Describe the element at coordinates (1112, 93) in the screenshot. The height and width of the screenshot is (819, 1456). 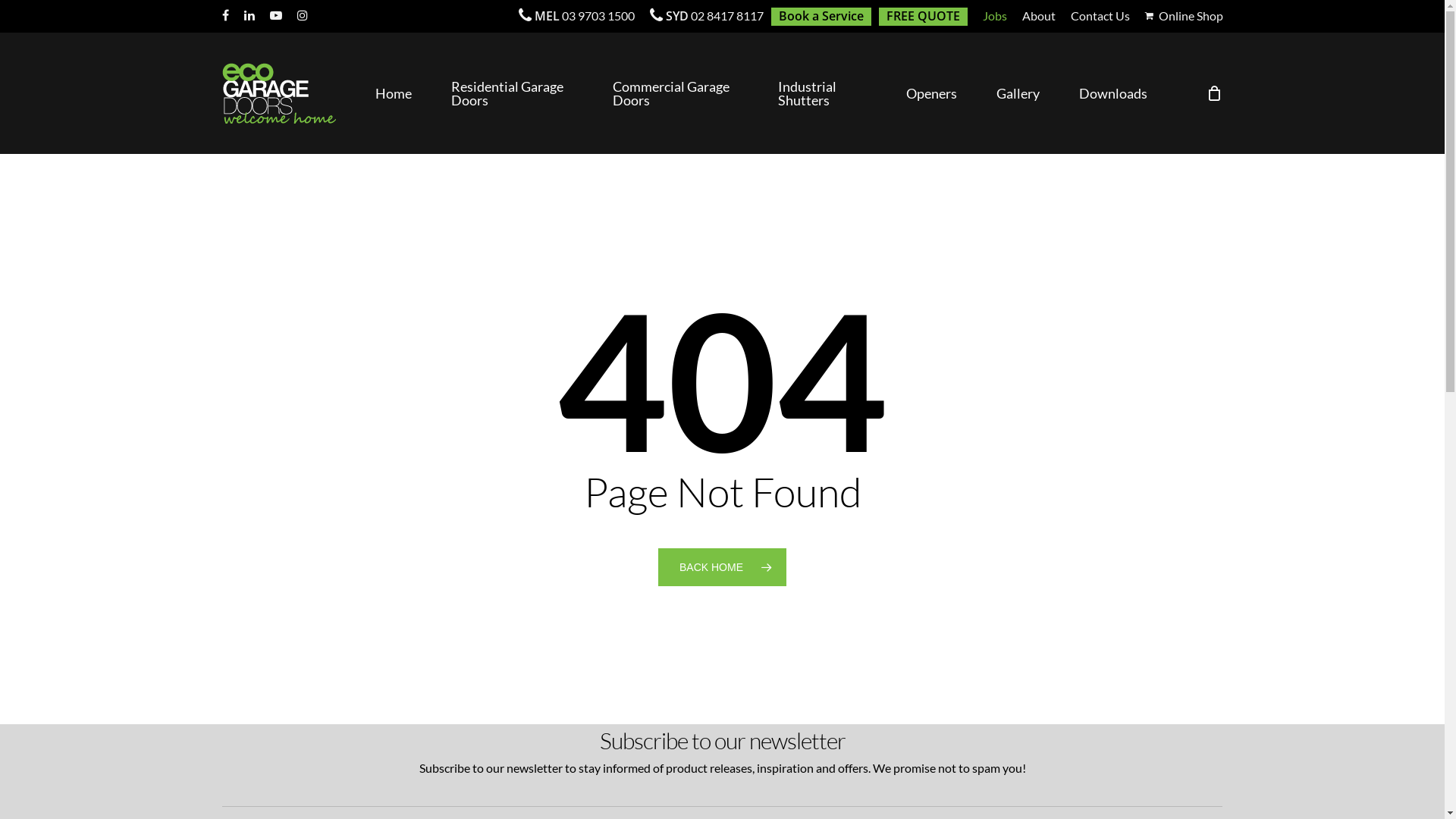
I see `'Downloads'` at that location.